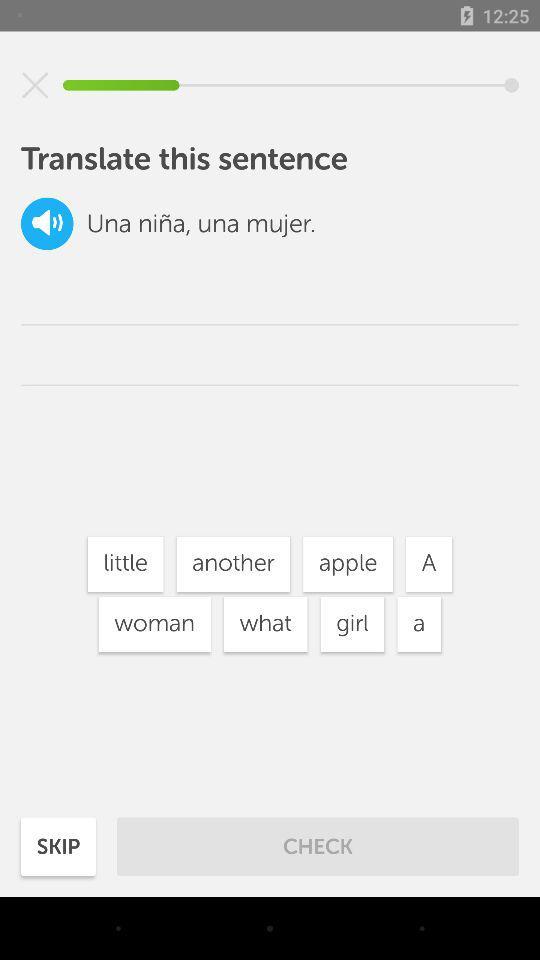 This screenshot has height=960, width=540. I want to click on little, so click(125, 564).